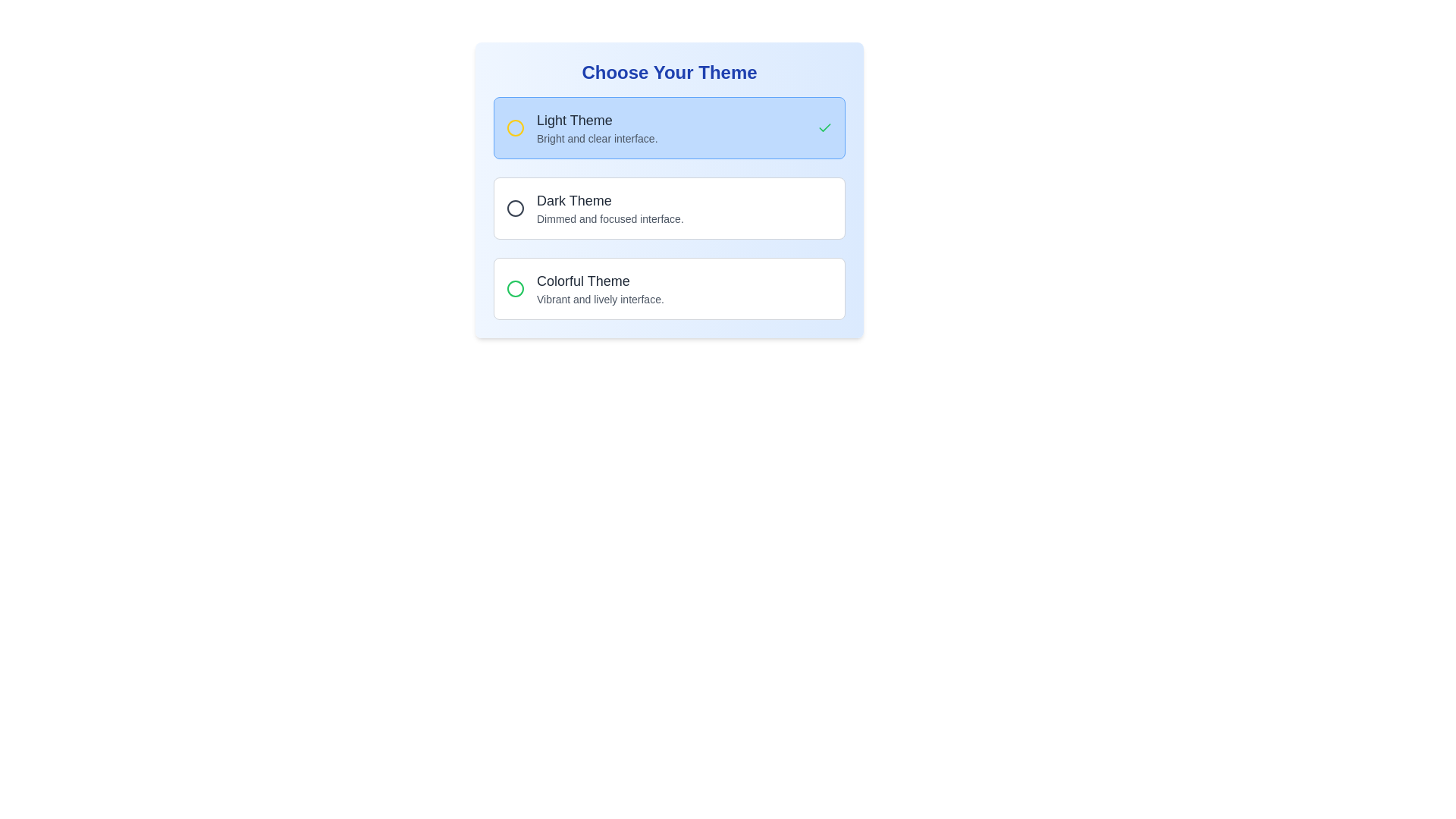 The image size is (1456, 819). I want to click on the yellow icon located to the left of the 'Light Theme' text within the 'Choose Your Theme' section, which serves as an indicator for theme selection, so click(516, 127).